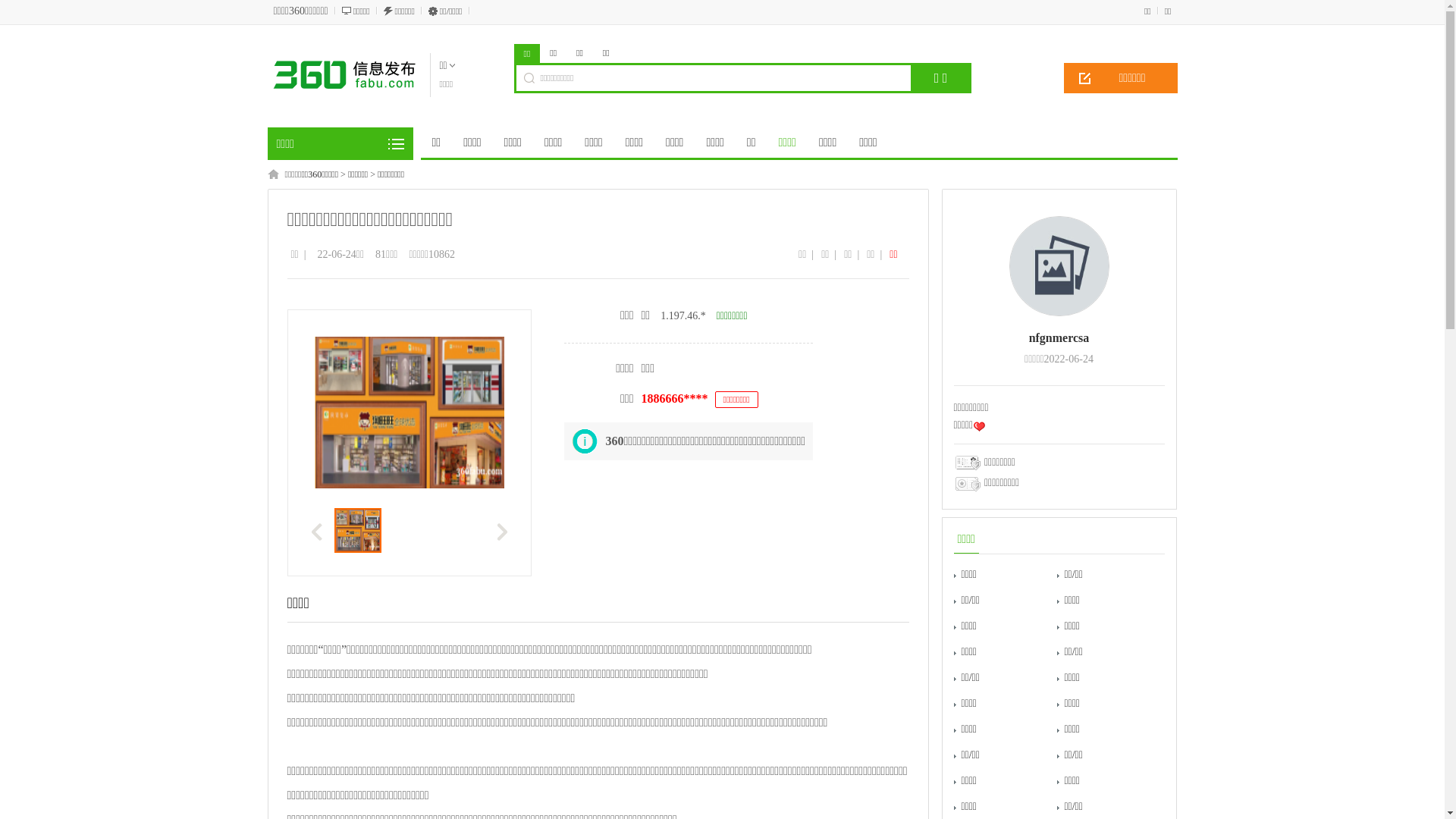 The image size is (1456, 819). Describe the element at coordinates (1058, 337) in the screenshot. I see `'nfgnmercsa'` at that location.